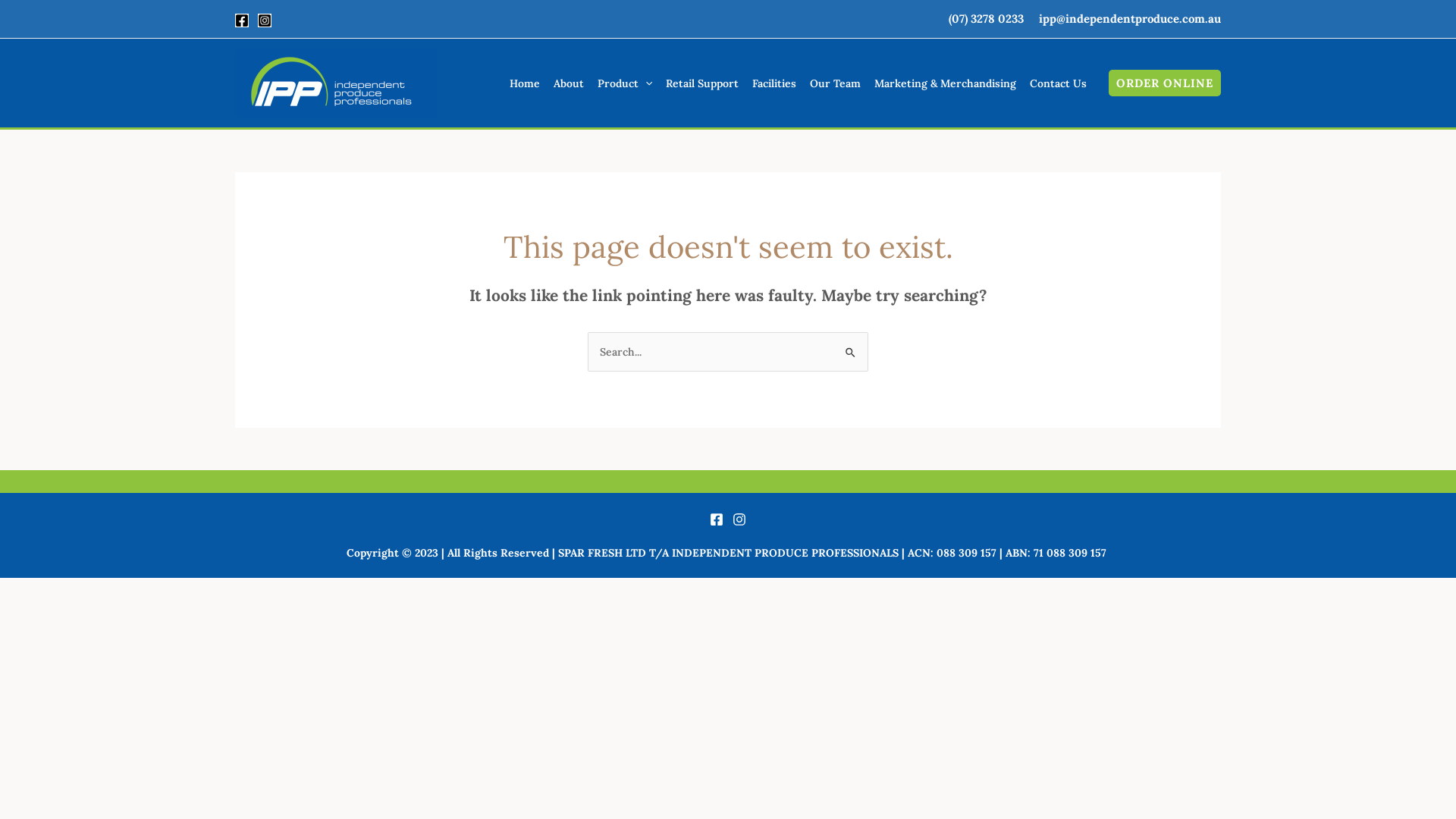  Describe the element at coordinates (802, 83) in the screenshot. I see `'Our Team'` at that location.